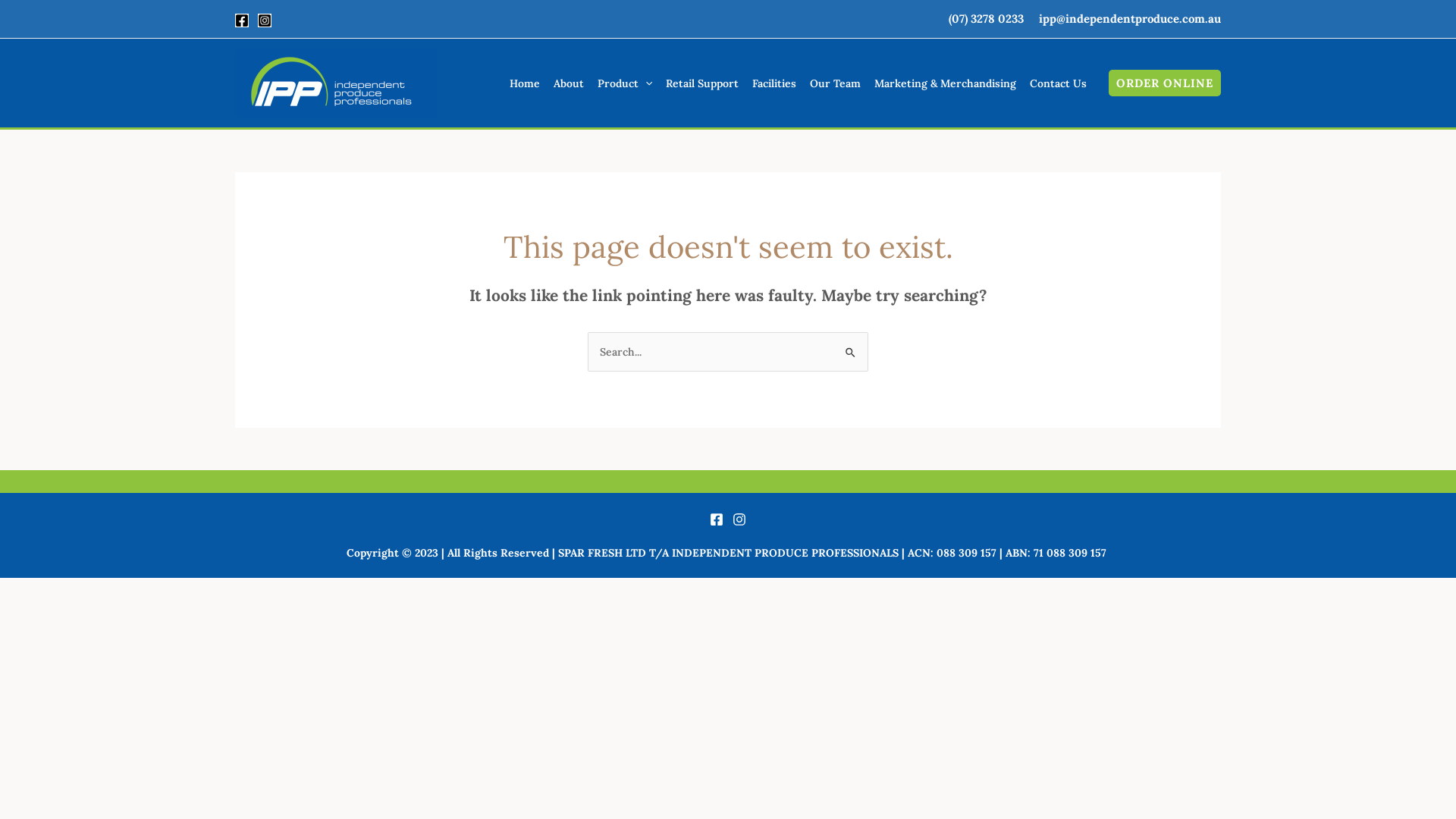  Describe the element at coordinates (802, 83) in the screenshot. I see `'Our Team'` at that location.